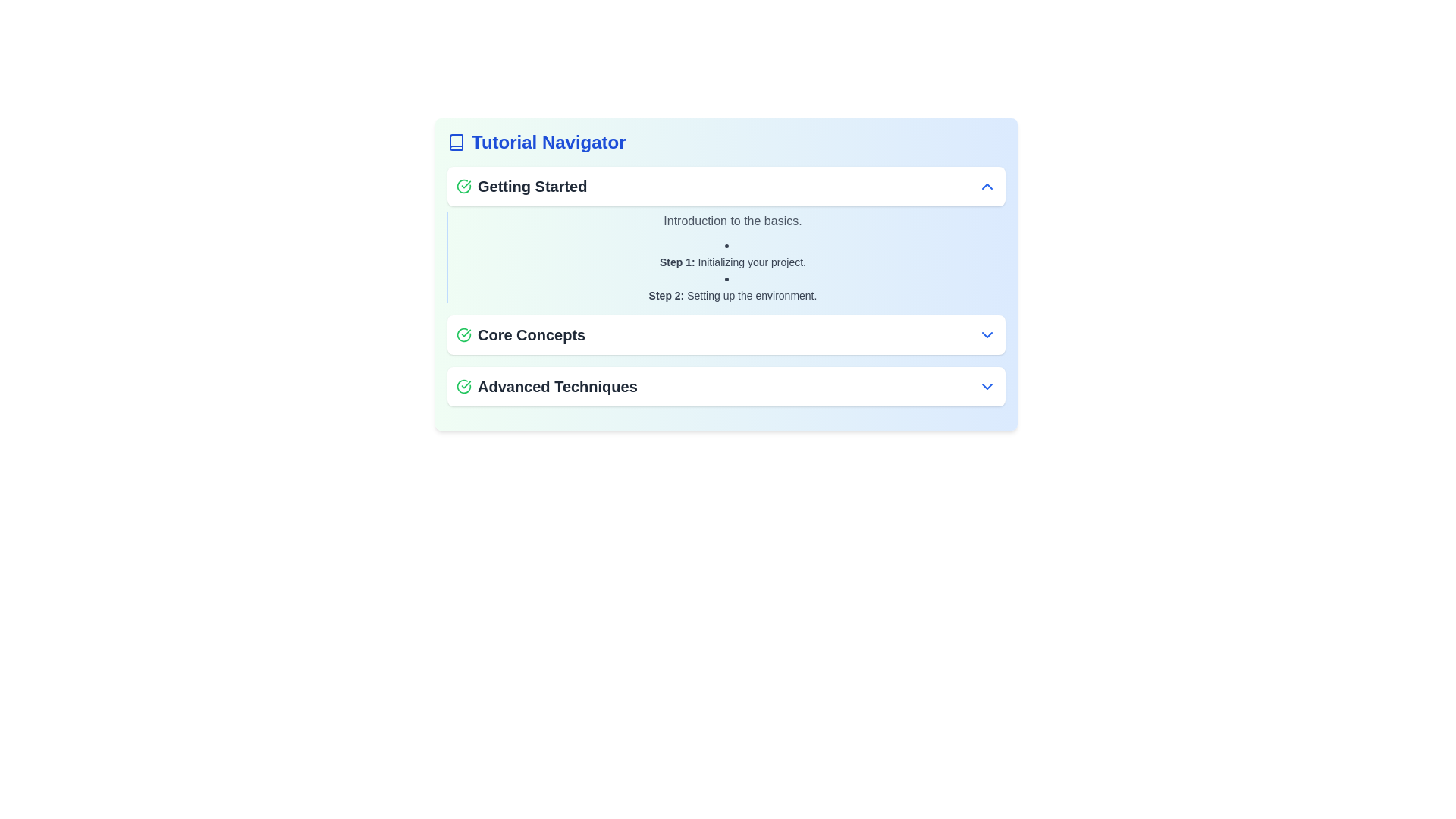 The width and height of the screenshot is (1456, 819). What do you see at coordinates (676, 262) in the screenshot?
I see `text label 'Step 1:' which is styled prominently in a strong font, located below the 'Getting Started' section header` at bounding box center [676, 262].